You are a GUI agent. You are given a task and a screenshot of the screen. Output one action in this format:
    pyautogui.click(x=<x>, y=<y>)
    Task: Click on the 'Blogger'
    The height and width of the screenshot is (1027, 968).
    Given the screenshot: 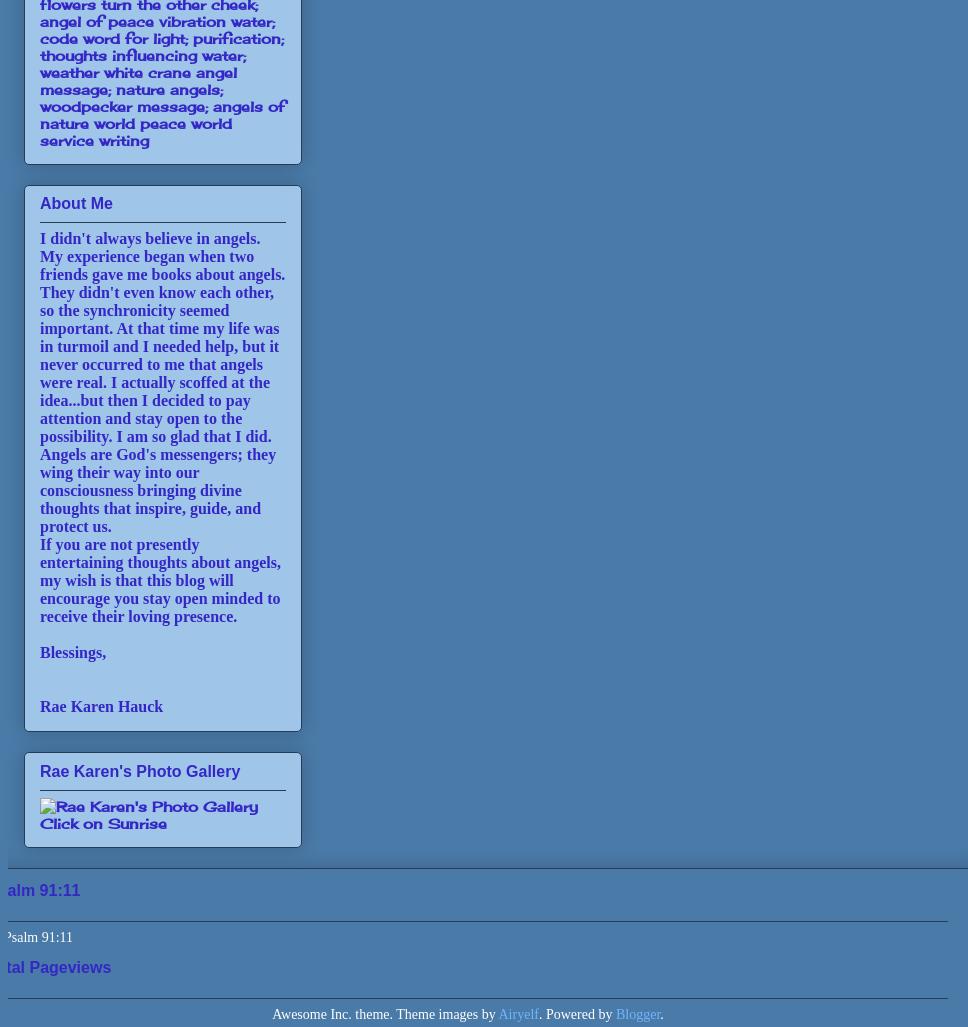 What is the action you would take?
    pyautogui.click(x=613, y=1012)
    